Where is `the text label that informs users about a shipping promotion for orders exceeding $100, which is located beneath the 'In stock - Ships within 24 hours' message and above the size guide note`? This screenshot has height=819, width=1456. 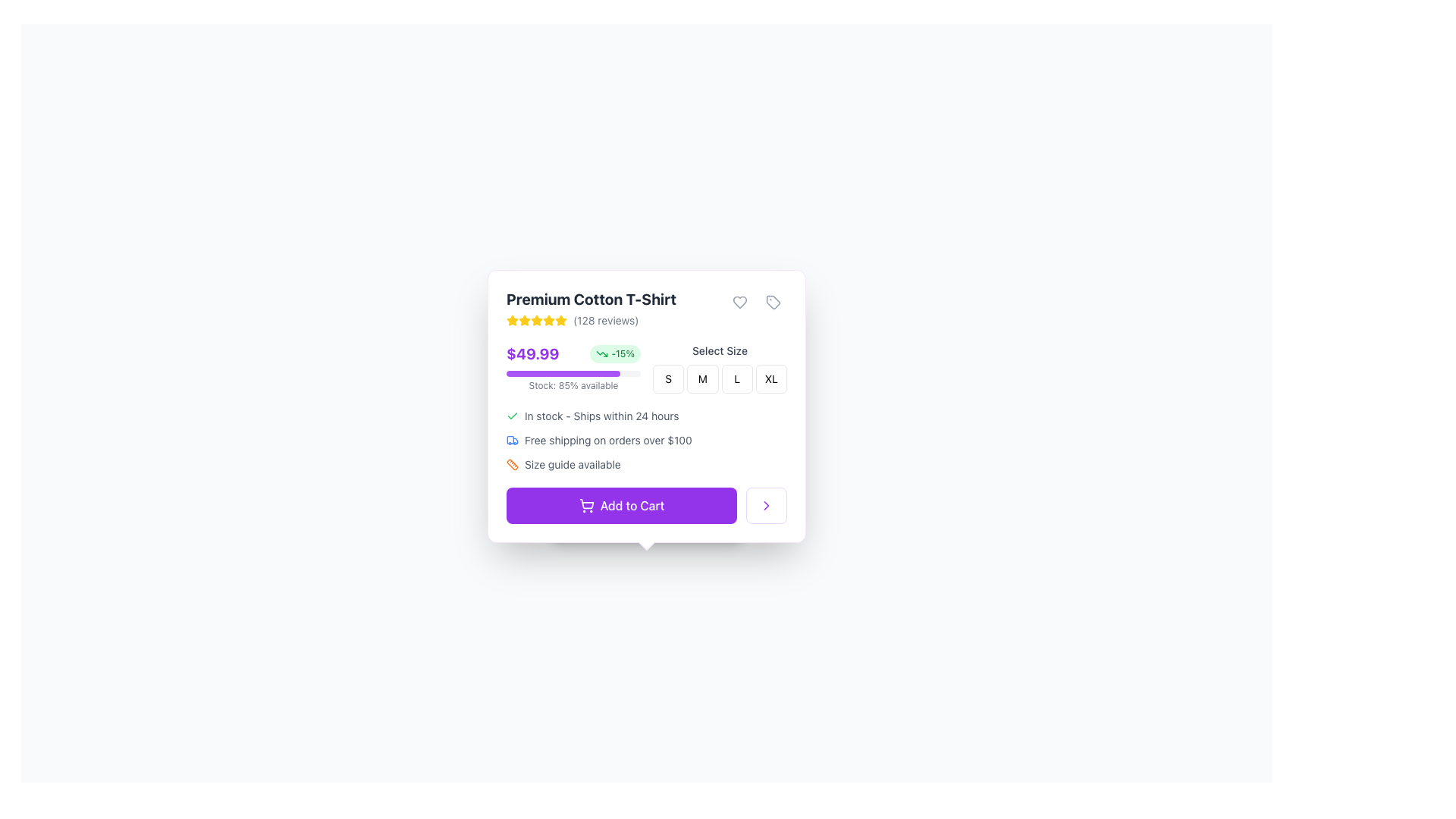
the text label that informs users about a shipping promotion for orders exceeding $100, which is located beneath the 'In stock - Ships within 24 hours' message and above the size guide note is located at coordinates (608, 441).